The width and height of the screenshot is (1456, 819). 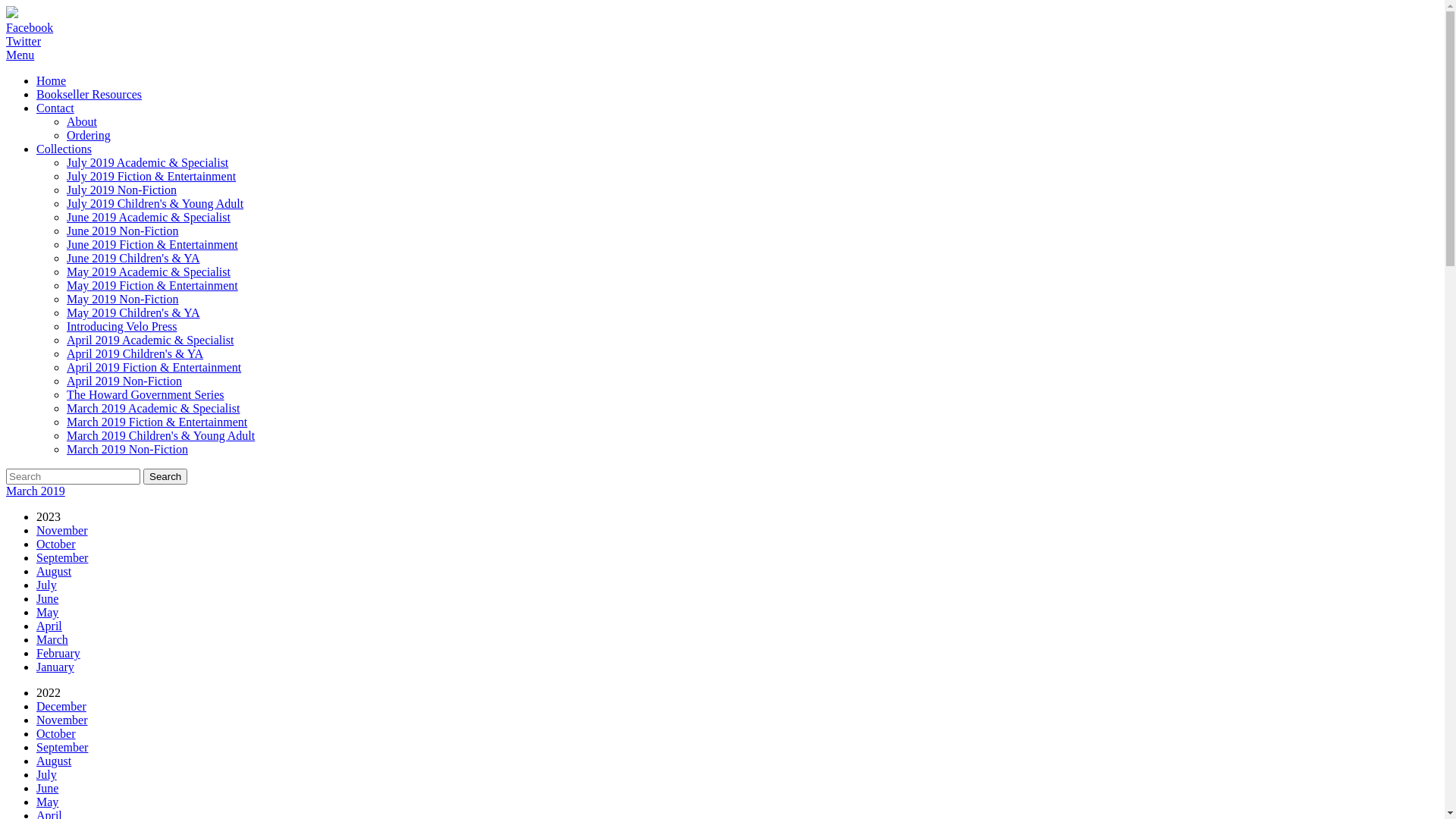 I want to click on 'October', so click(x=36, y=543).